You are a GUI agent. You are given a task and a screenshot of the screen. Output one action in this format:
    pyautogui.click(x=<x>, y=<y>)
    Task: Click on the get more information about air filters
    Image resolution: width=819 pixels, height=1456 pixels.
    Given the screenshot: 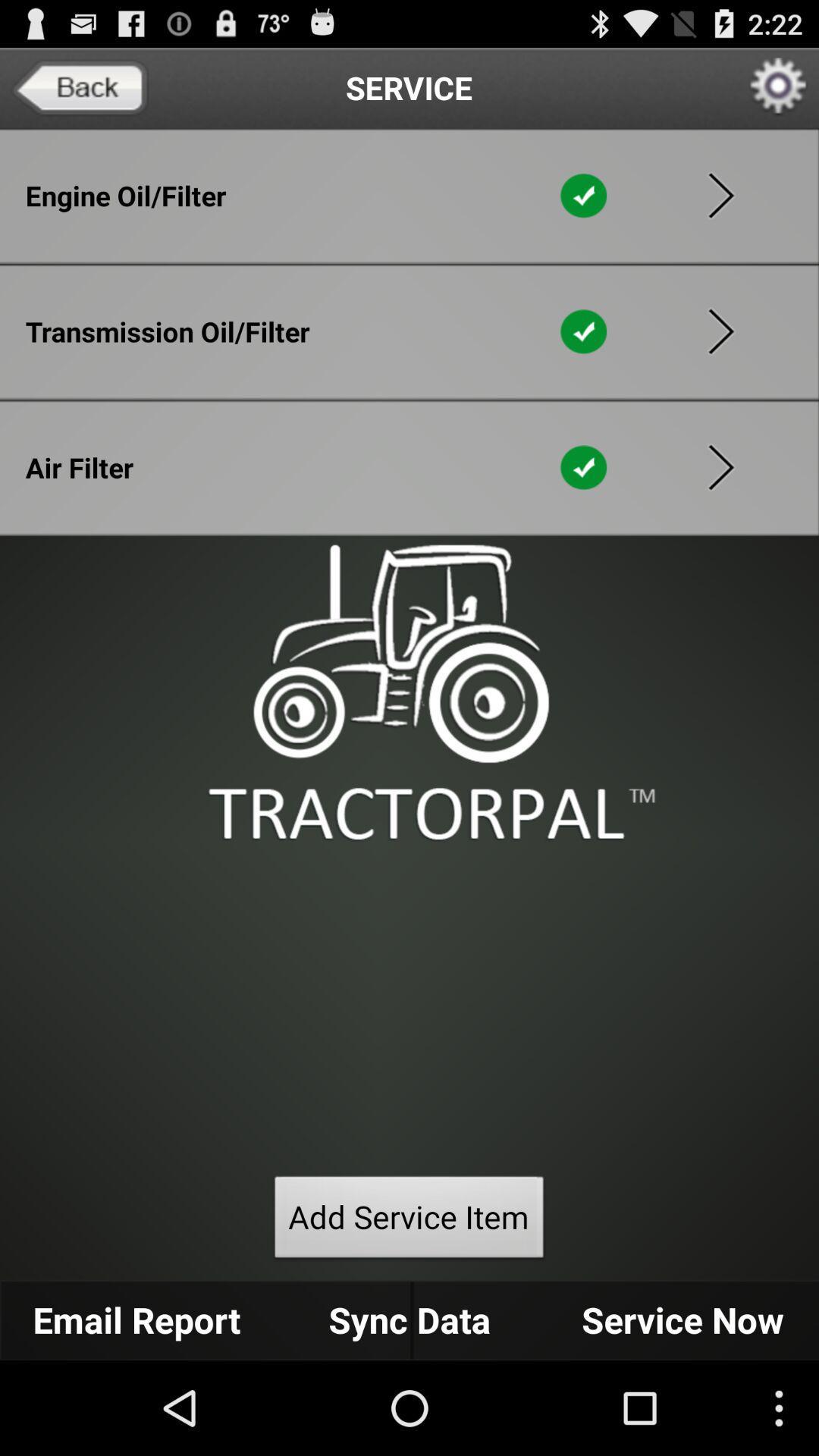 What is the action you would take?
    pyautogui.click(x=720, y=466)
    